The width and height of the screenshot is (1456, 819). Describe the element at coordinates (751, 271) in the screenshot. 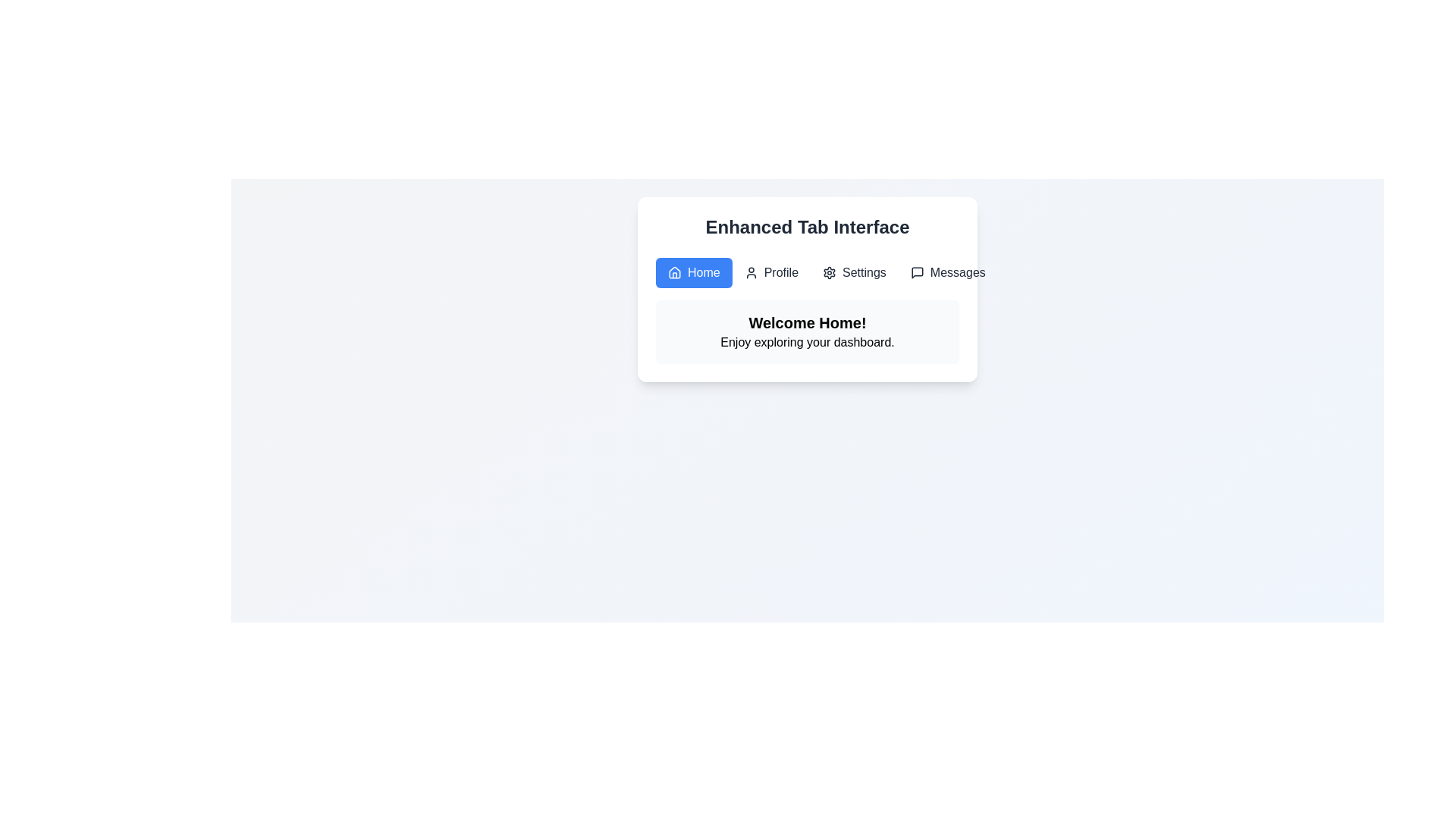

I see `the 'Profile' button icon, which visually indicates its association with user profiles and is located between the 'Home' and 'Settings' buttons` at that location.